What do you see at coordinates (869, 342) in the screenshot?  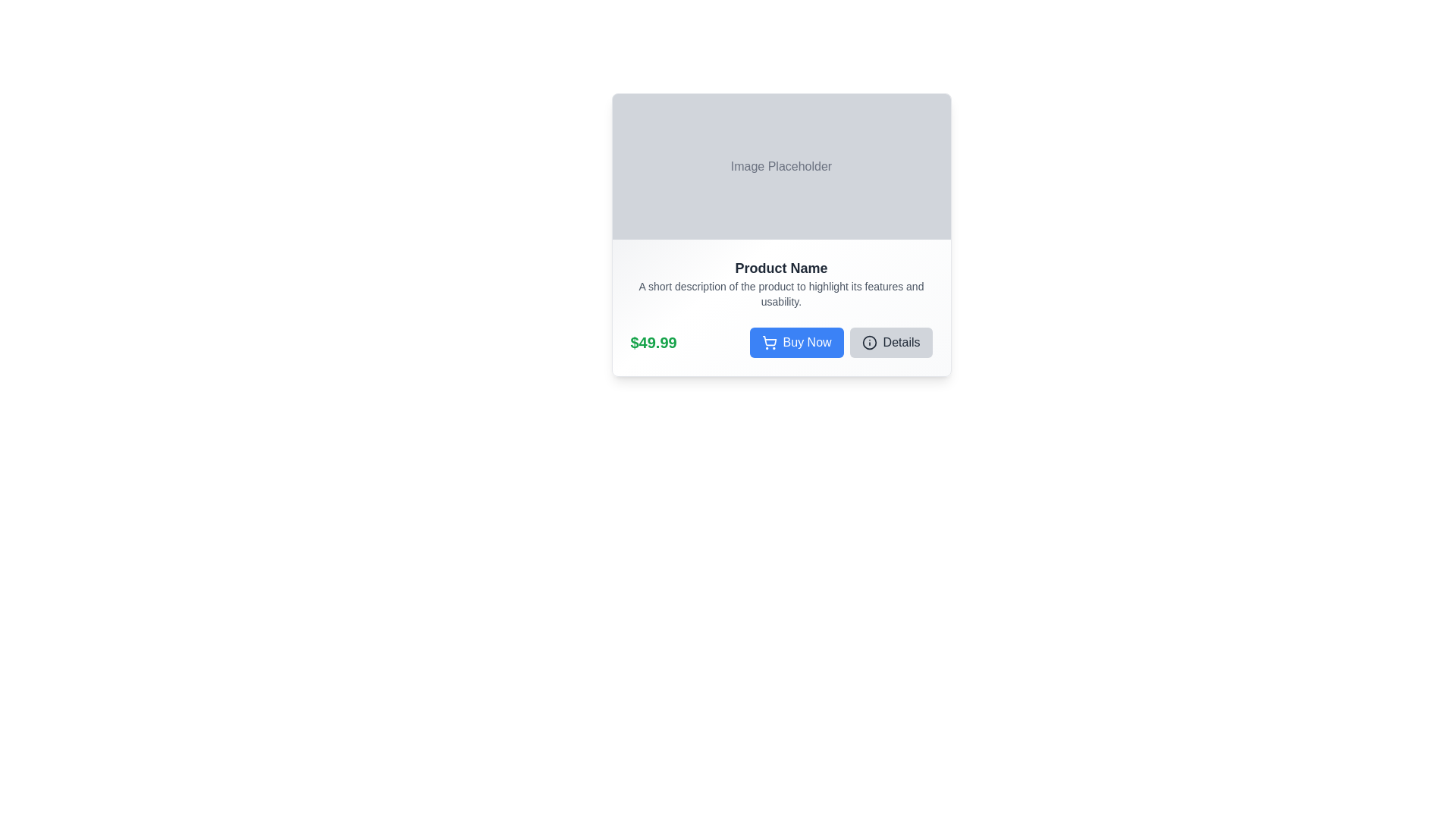 I see `the SVG circle element, which is a circular shape with a radius of 10 units and is styled without any visible fill, located within a product card feature in the user interface` at bounding box center [869, 342].